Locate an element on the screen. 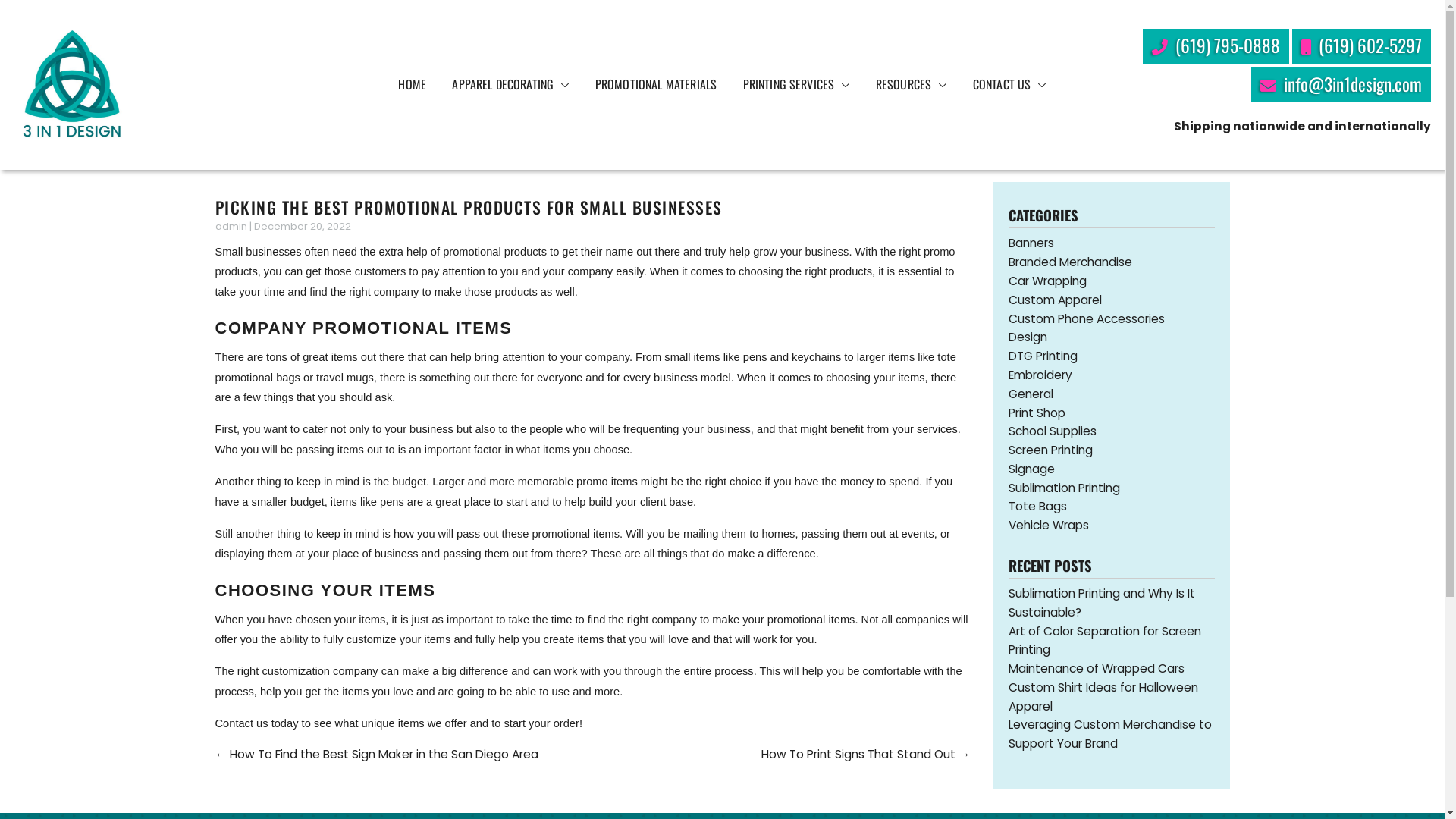 The height and width of the screenshot is (819, 1456). 'General' is located at coordinates (1031, 393).